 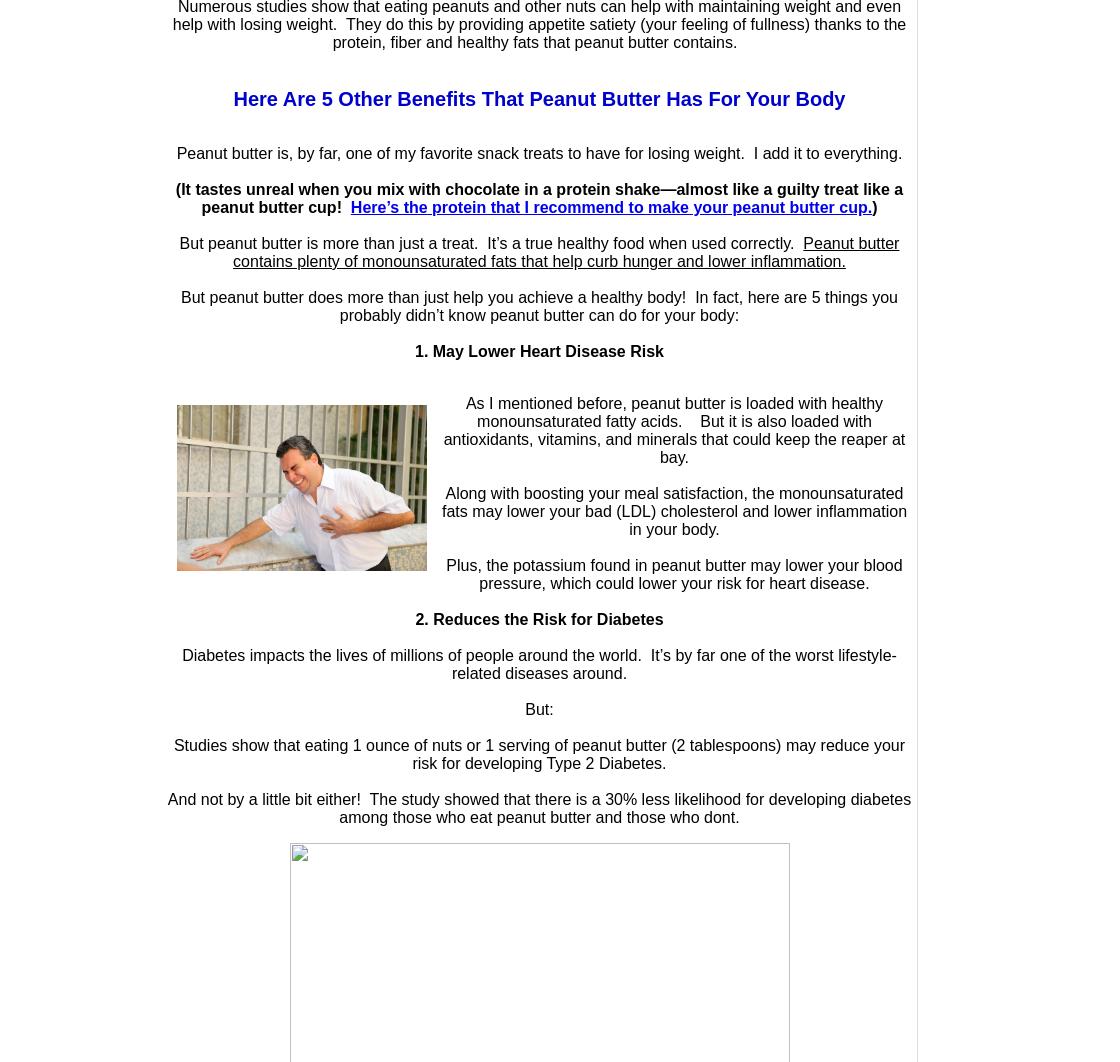 I want to click on ')', so click(x=874, y=207).